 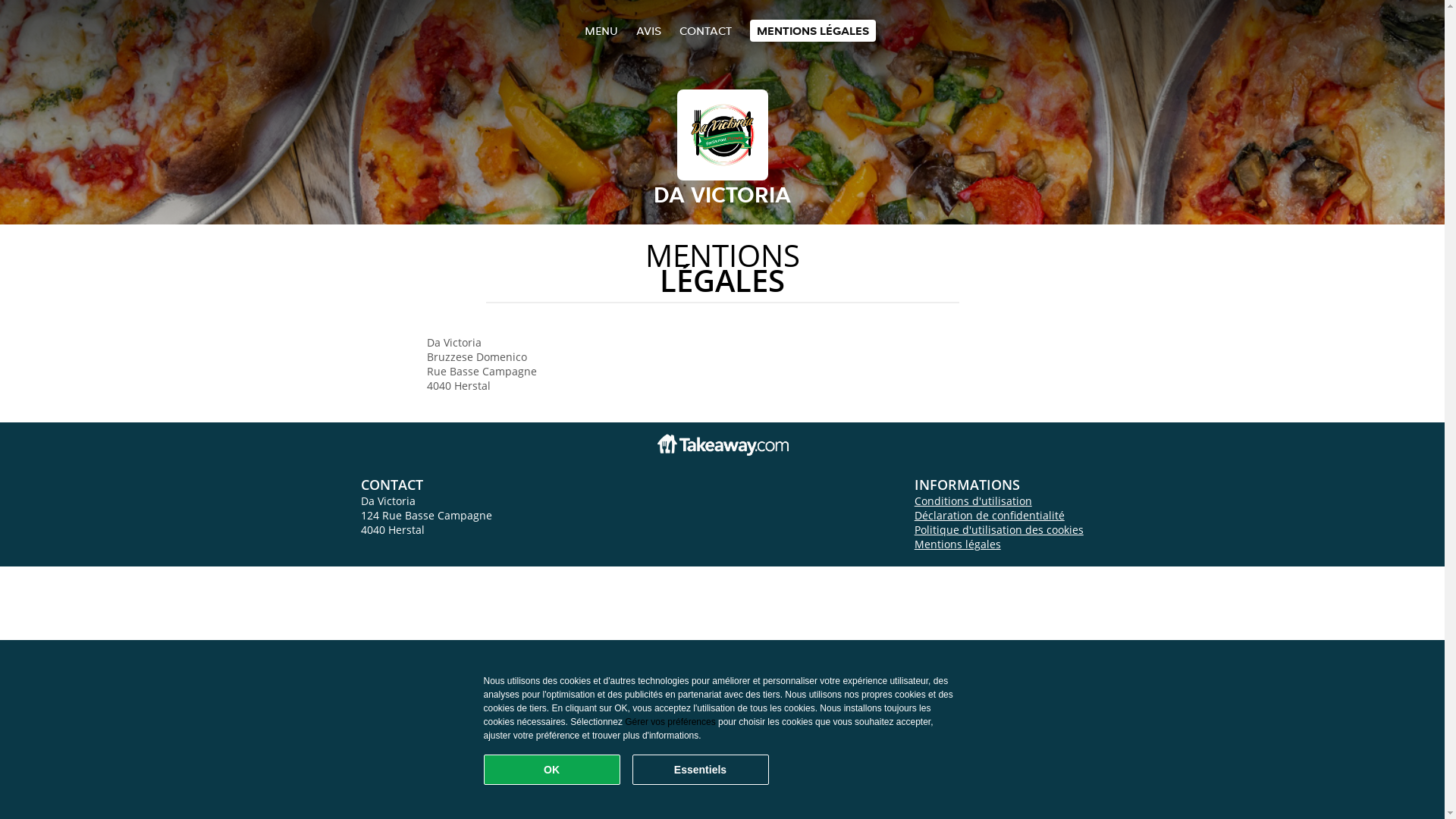 I want to click on 'MENU', so click(x=600, y=30).